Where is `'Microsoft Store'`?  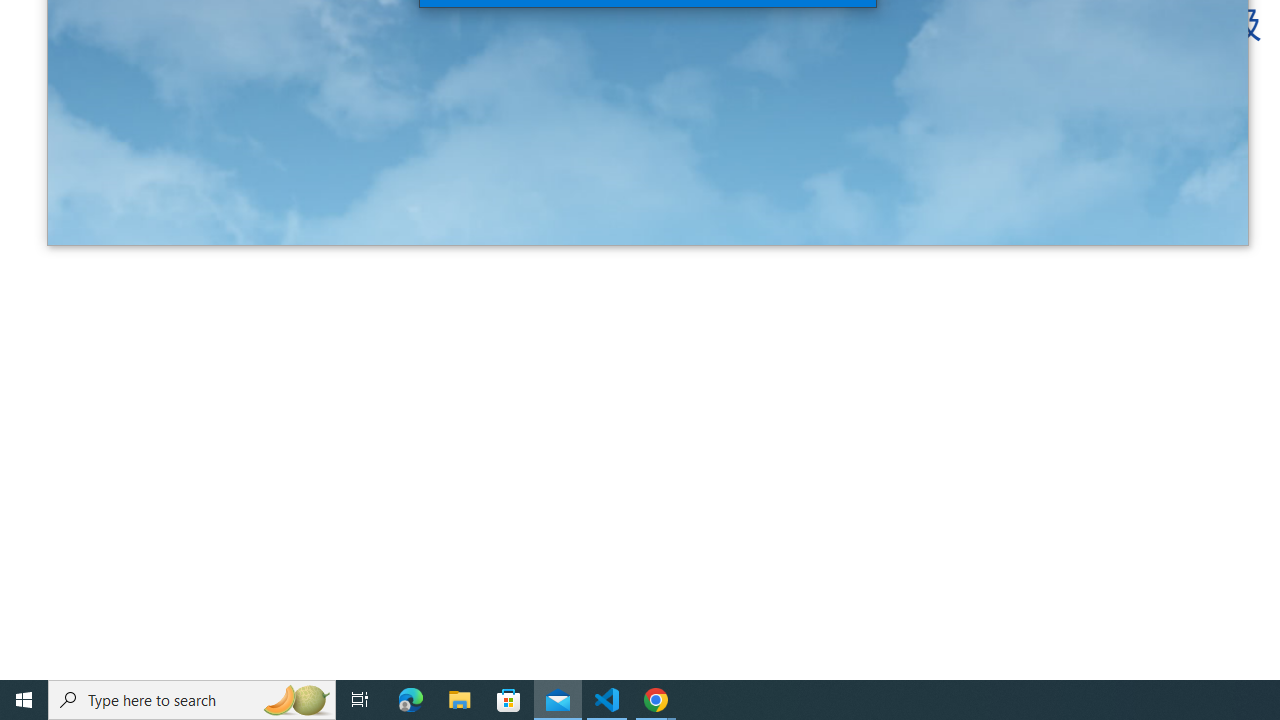 'Microsoft Store' is located at coordinates (509, 698).